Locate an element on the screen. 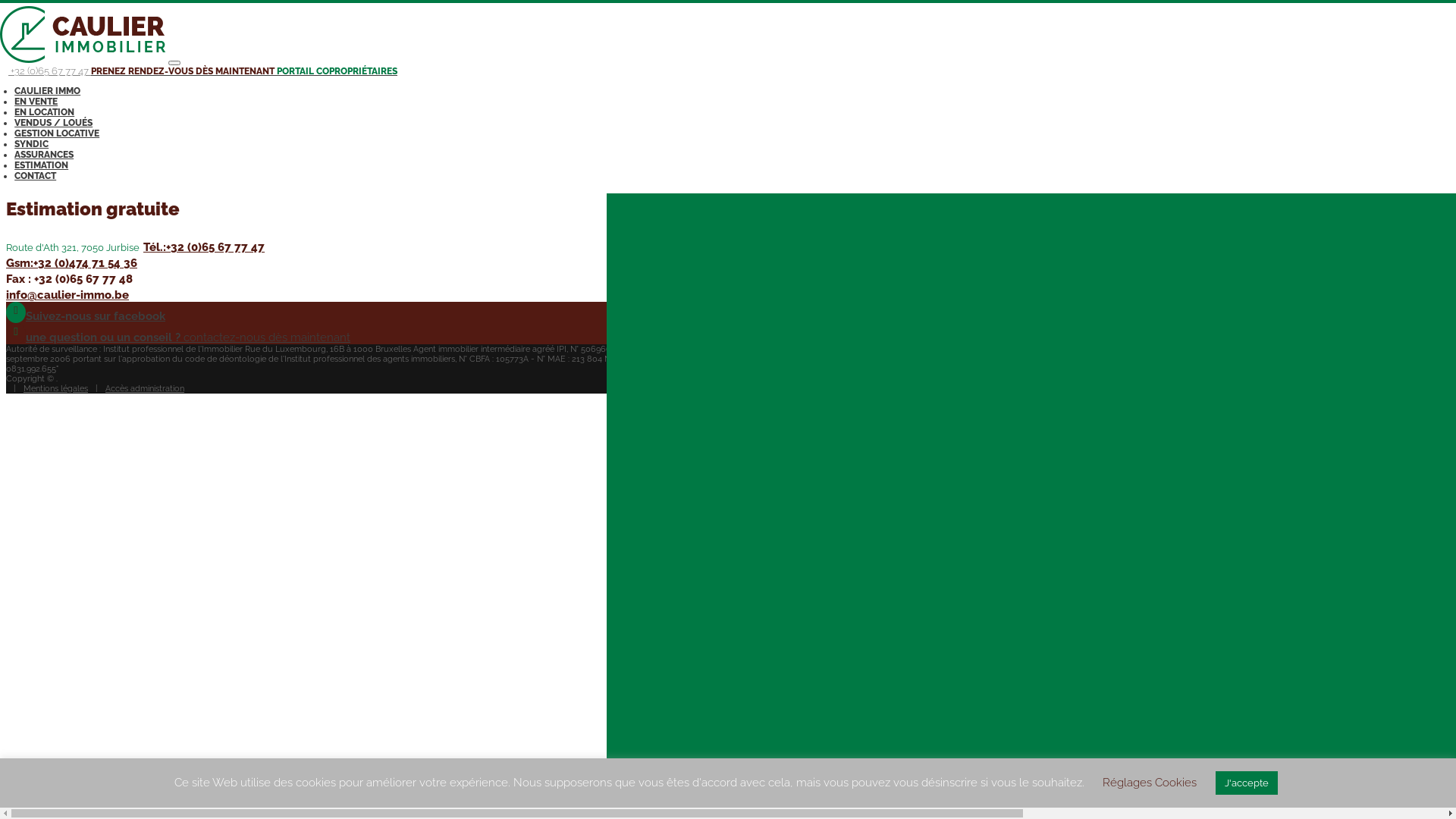  'Gsm:+32 (0)474 71 54 36' is located at coordinates (71, 262).